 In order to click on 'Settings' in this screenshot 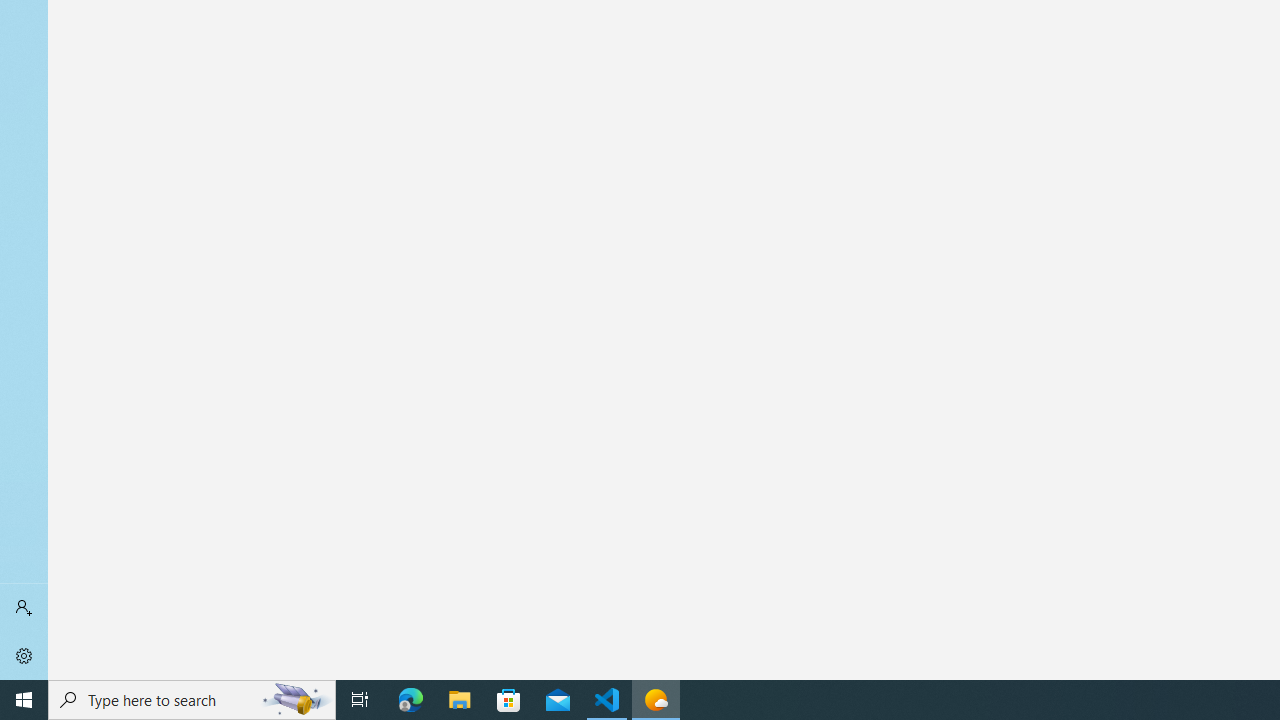, I will do `click(24, 655)`.